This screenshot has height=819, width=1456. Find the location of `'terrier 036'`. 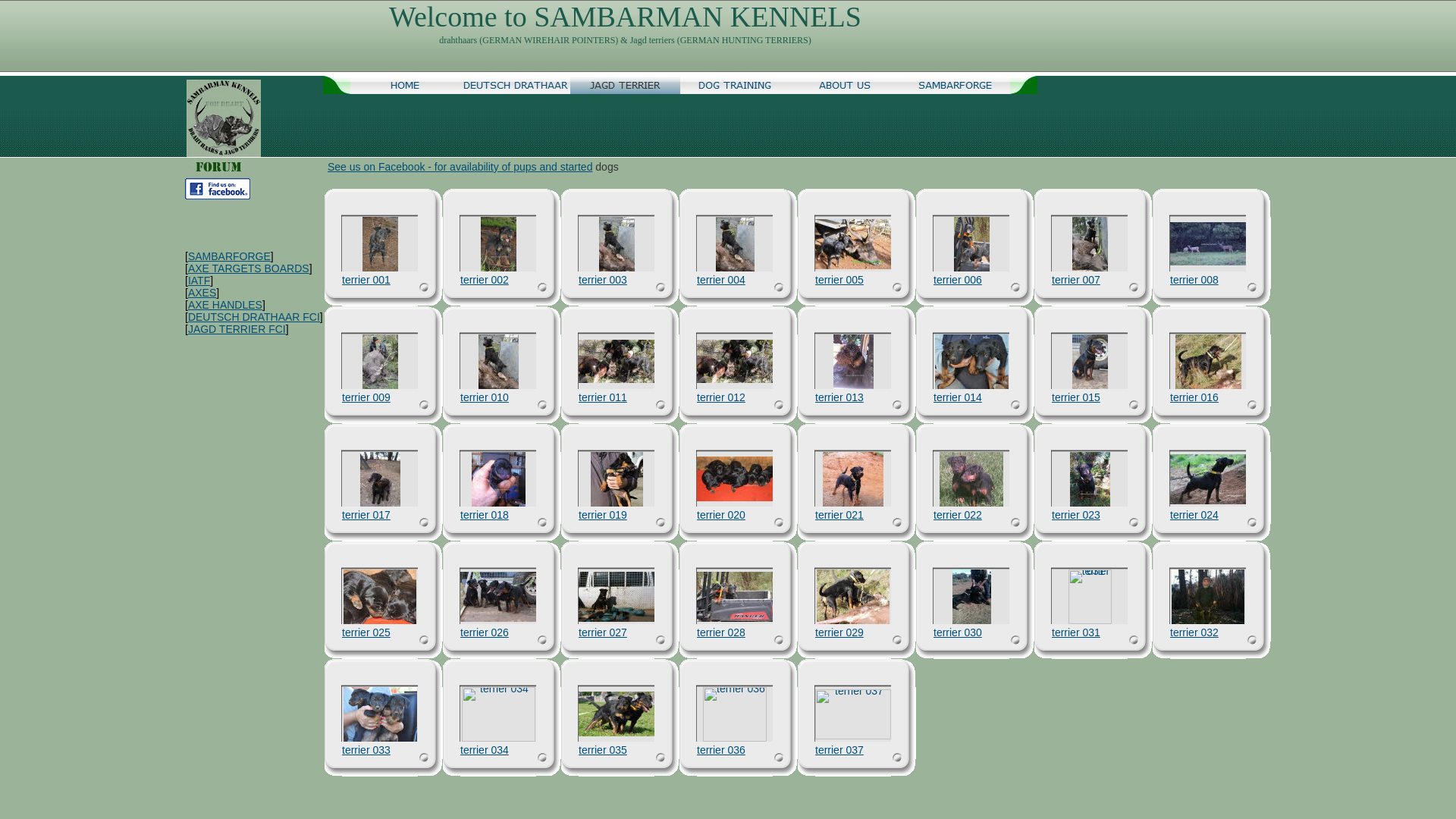

'terrier 036' is located at coordinates (720, 748).